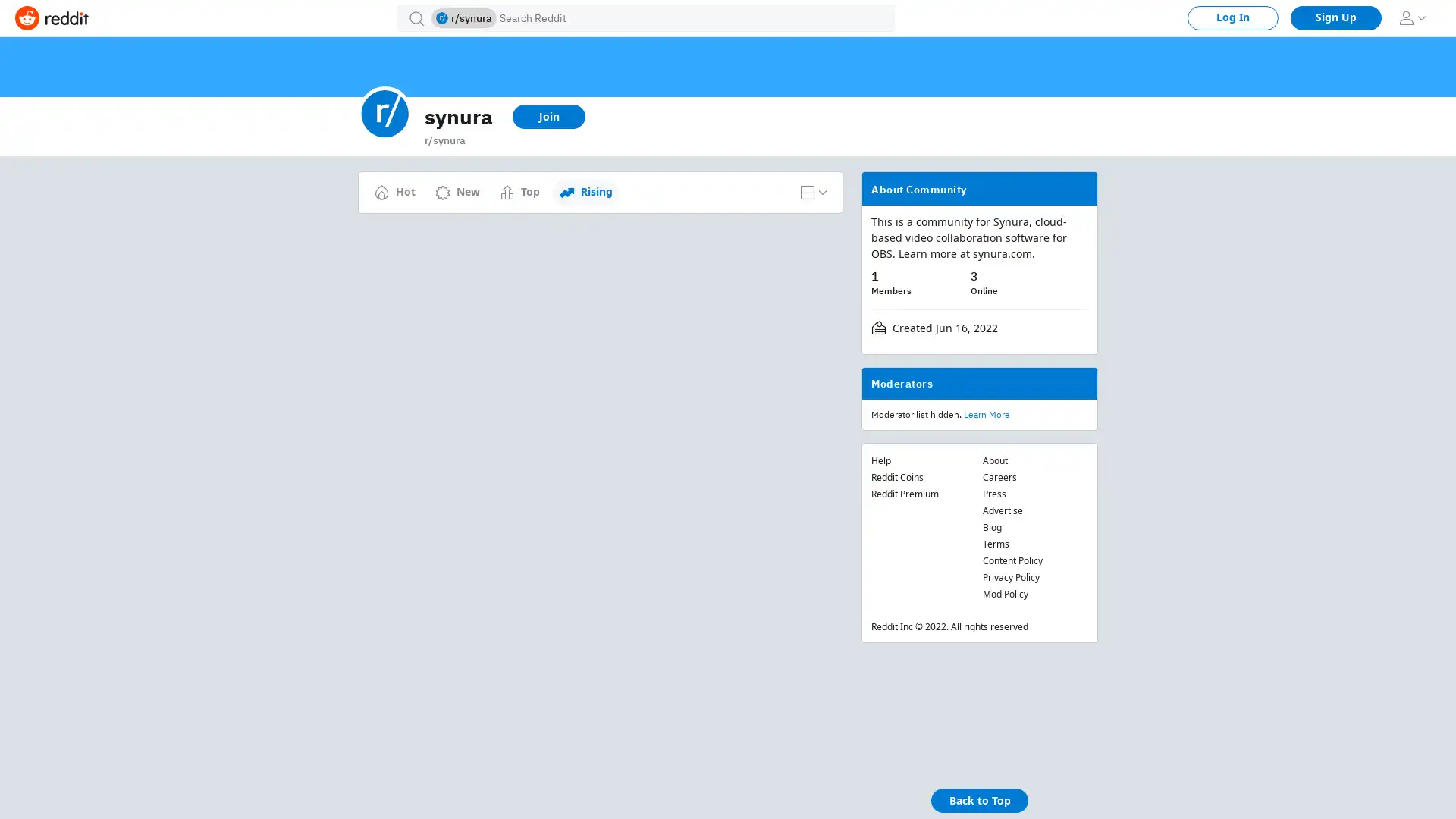  Describe the element at coordinates (588, 184) in the screenshot. I see `New Posts` at that location.